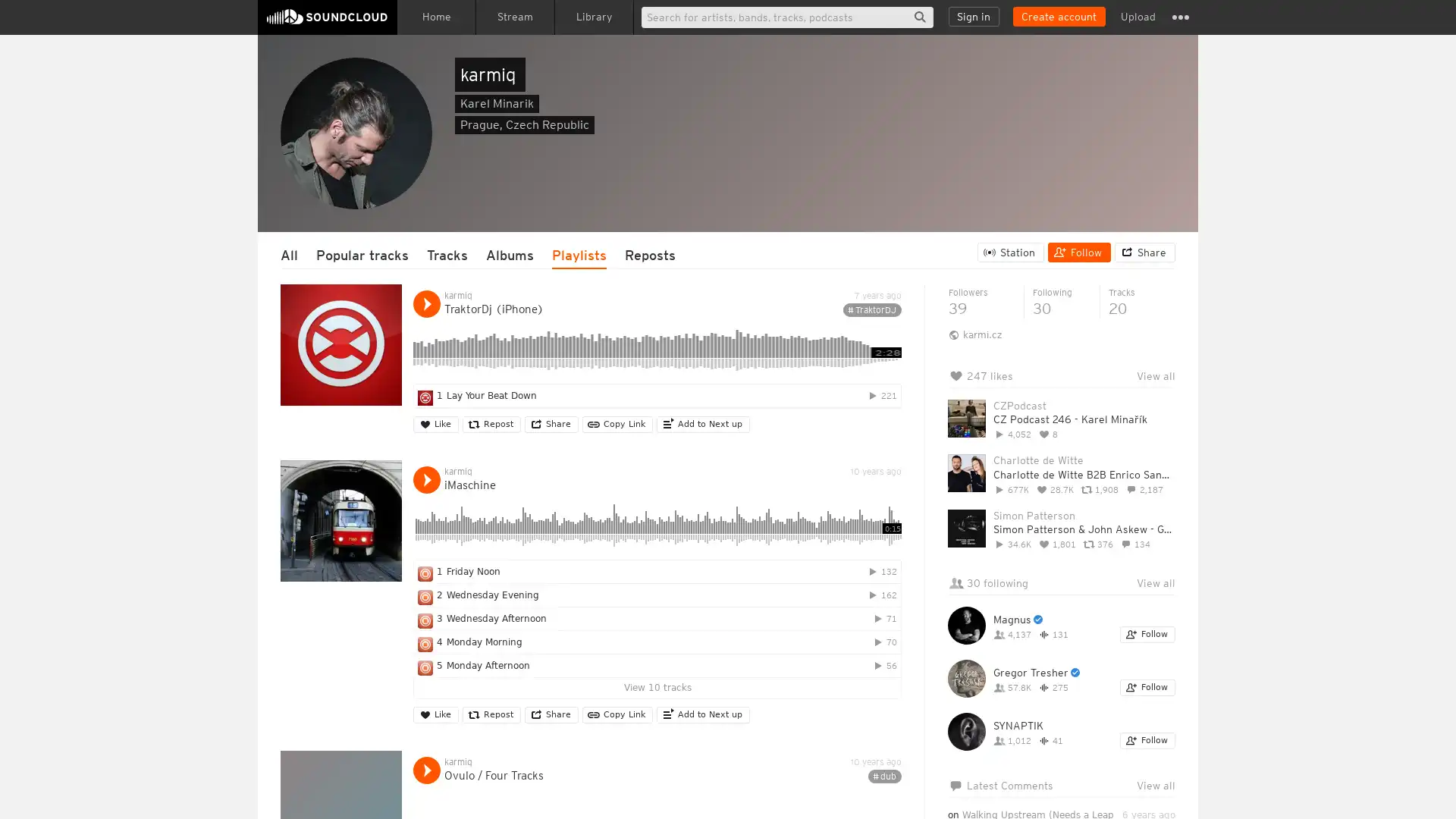 This screenshot has height=819, width=1456. What do you see at coordinates (617, 714) in the screenshot?
I see `Copy Link` at bounding box center [617, 714].